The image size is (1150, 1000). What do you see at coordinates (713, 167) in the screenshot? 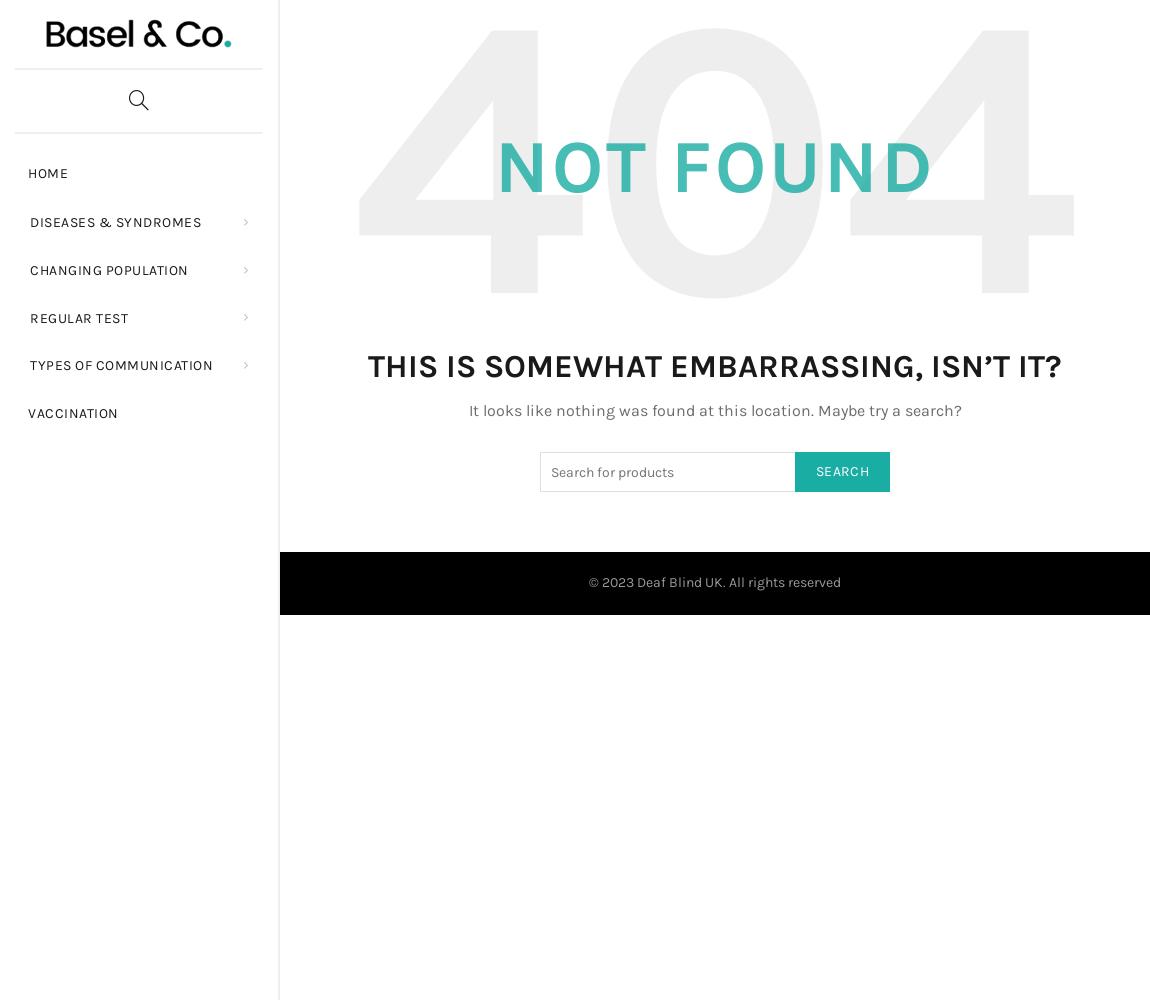
I see `'Not Found'` at bounding box center [713, 167].